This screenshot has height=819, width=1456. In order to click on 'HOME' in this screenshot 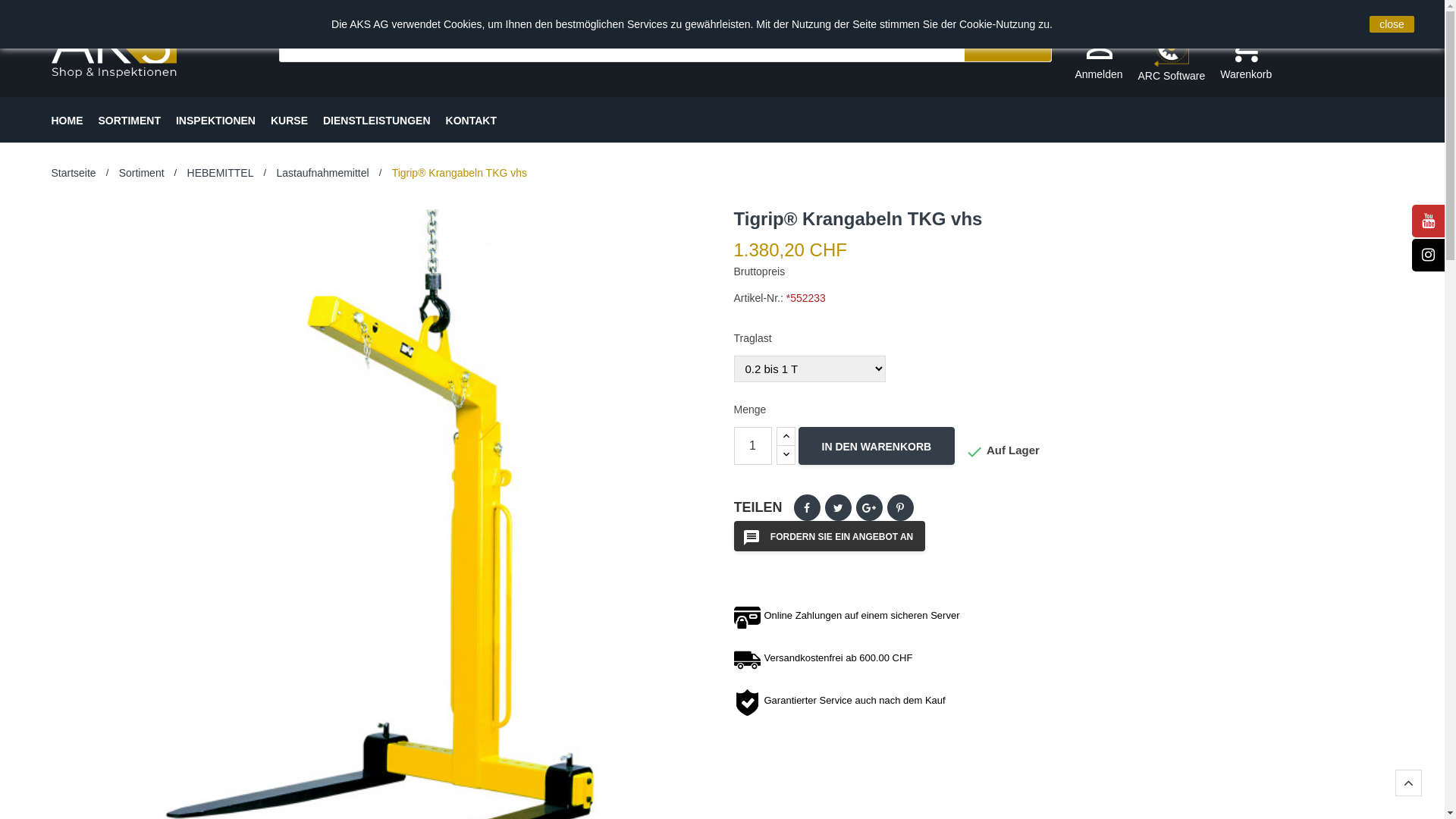, I will do `click(51, 119)`.